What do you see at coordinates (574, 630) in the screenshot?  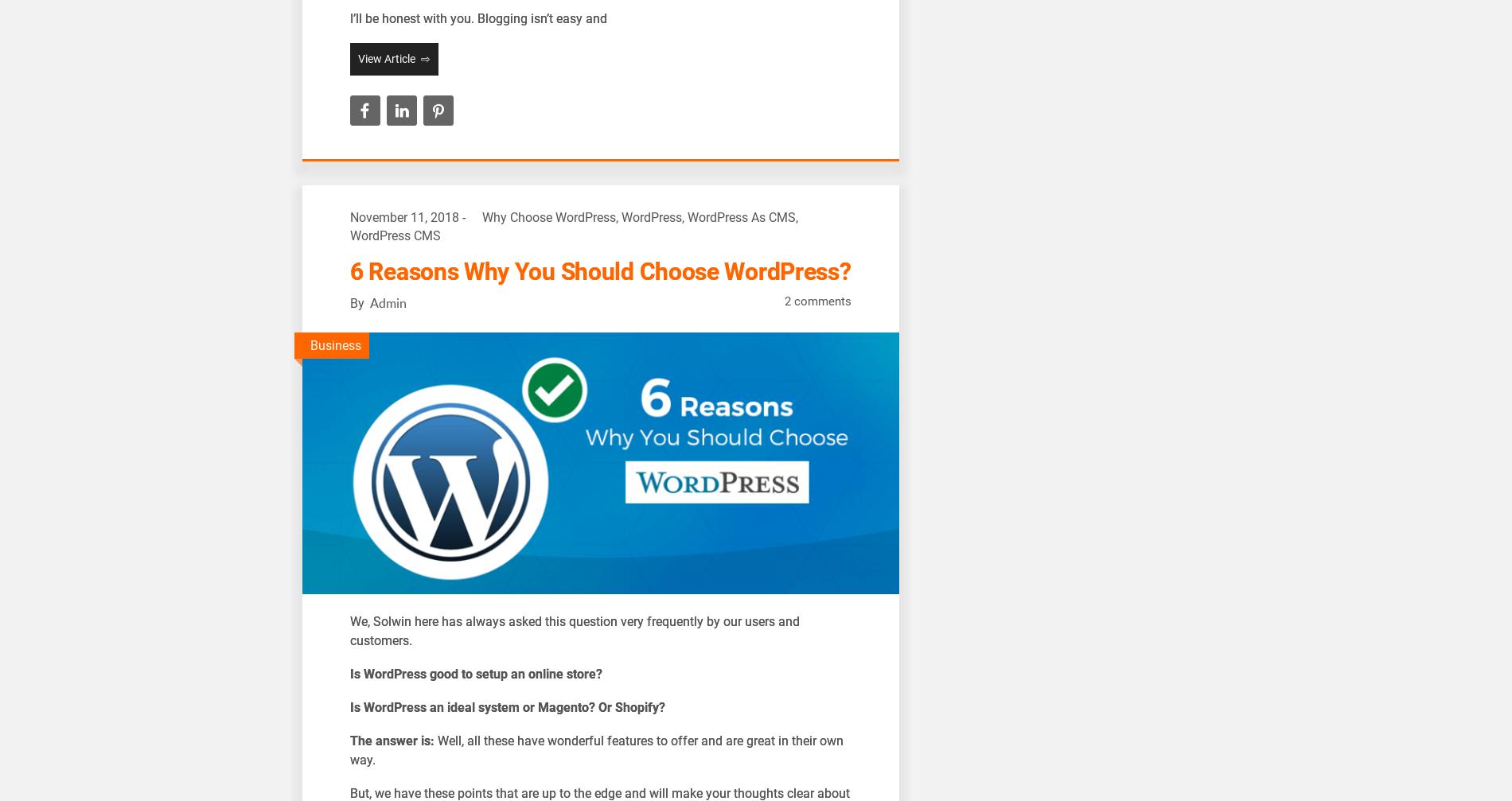 I see `'e, Solwin here has always asked this question very frequently by our users and customers.'` at bounding box center [574, 630].